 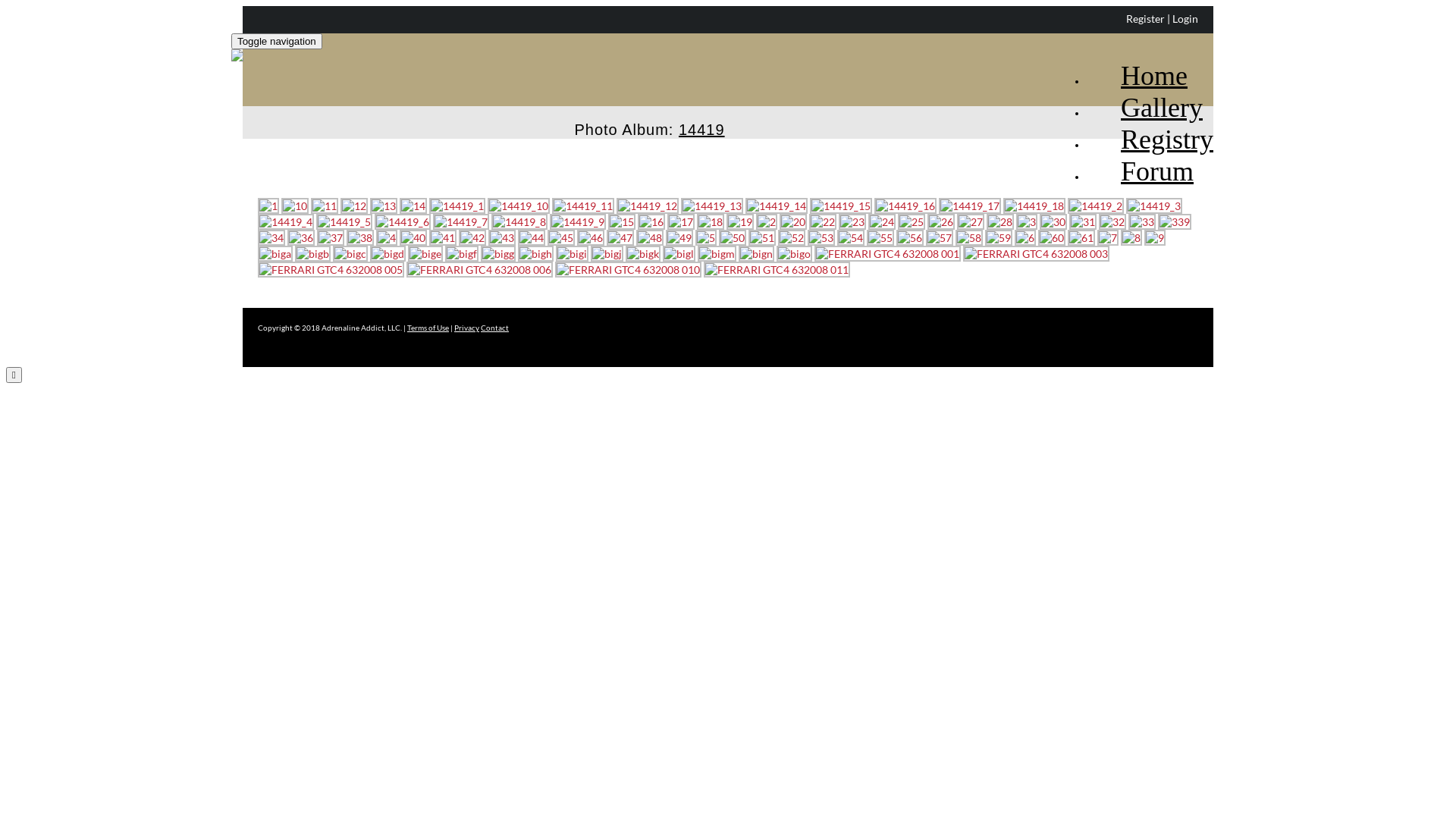 What do you see at coordinates (479, 268) in the screenshot?
I see `'FERRARI GTC4 632008 006 (click to enlarge)'` at bounding box center [479, 268].